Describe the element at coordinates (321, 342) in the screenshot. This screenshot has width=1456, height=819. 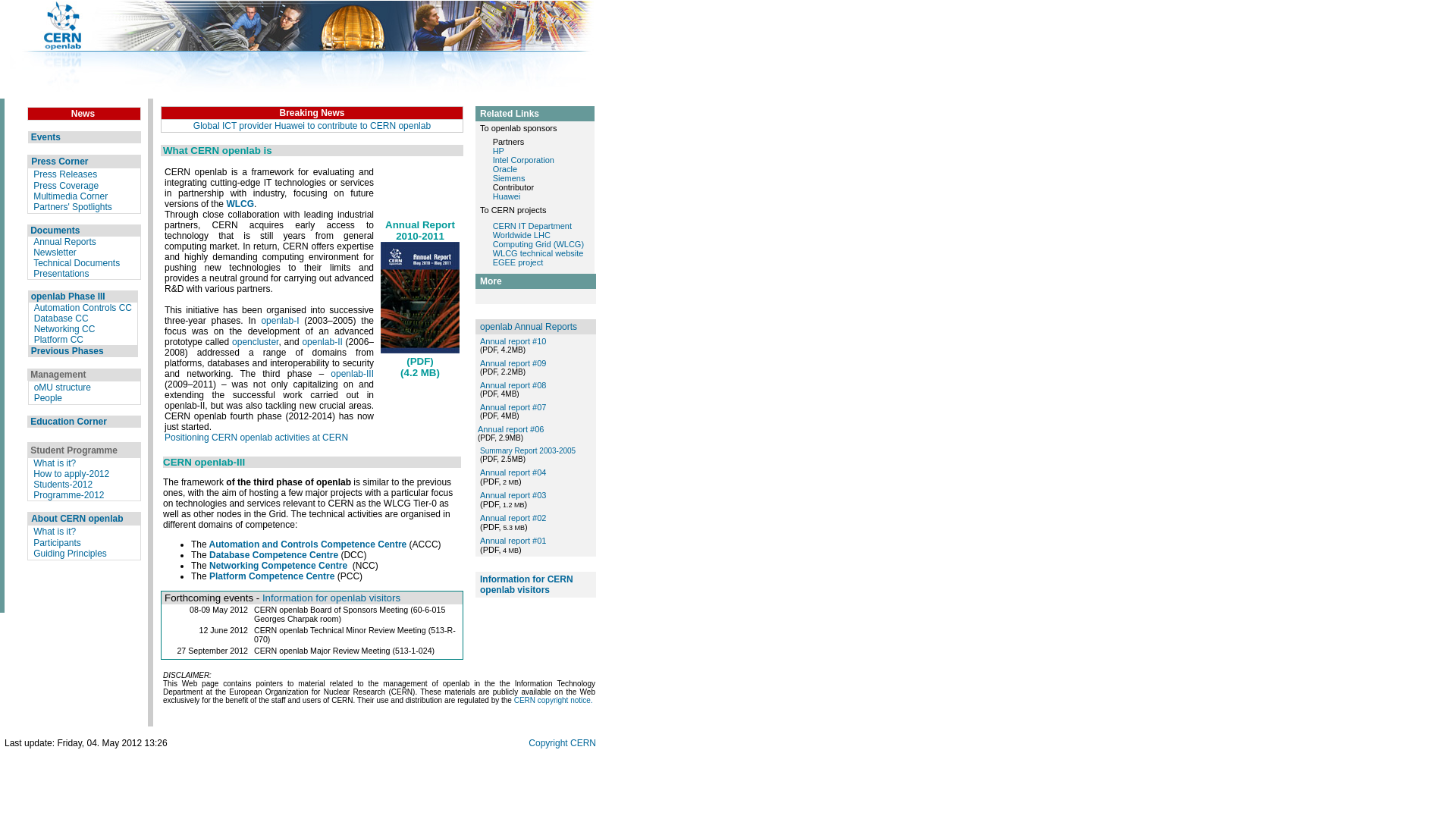
I see `'openlab-II'` at that location.